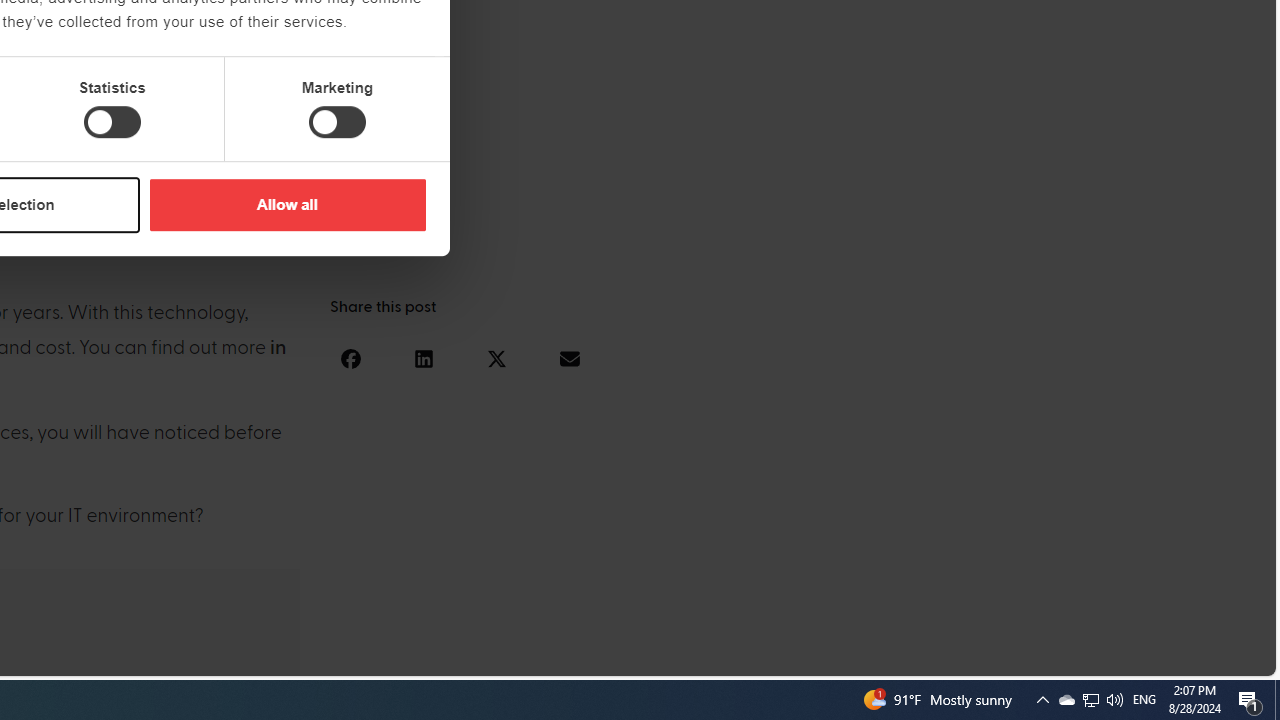 Image resolution: width=1280 pixels, height=720 pixels. I want to click on 'Allow all', so click(286, 204).